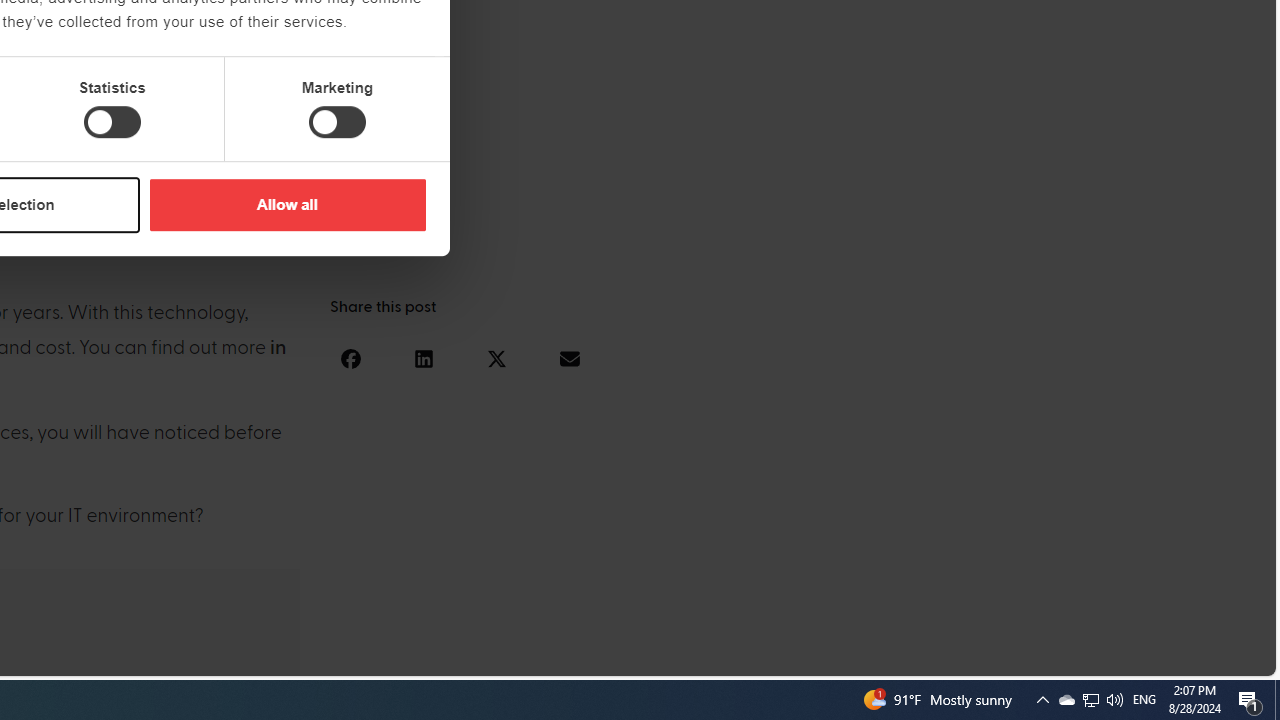 Image resolution: width=1280 pixels, height=720 pixels. I want to click on 'Allow all', so click(286, 204).